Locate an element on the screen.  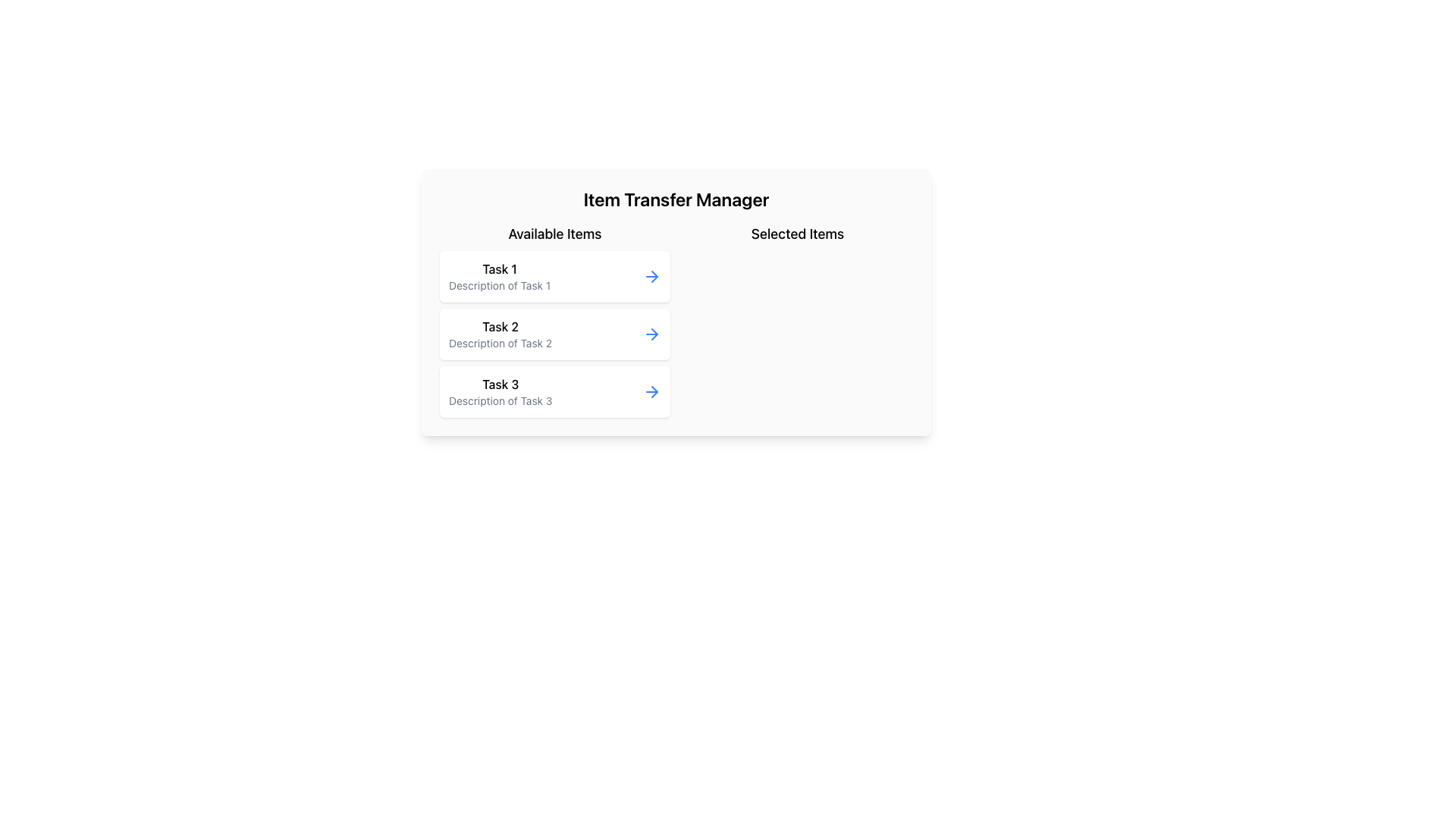
the rightward-pointing blue arrow icon button located to the far right of 'Task 3' in the 'Available Items' column is located at coordinates (651, 391).